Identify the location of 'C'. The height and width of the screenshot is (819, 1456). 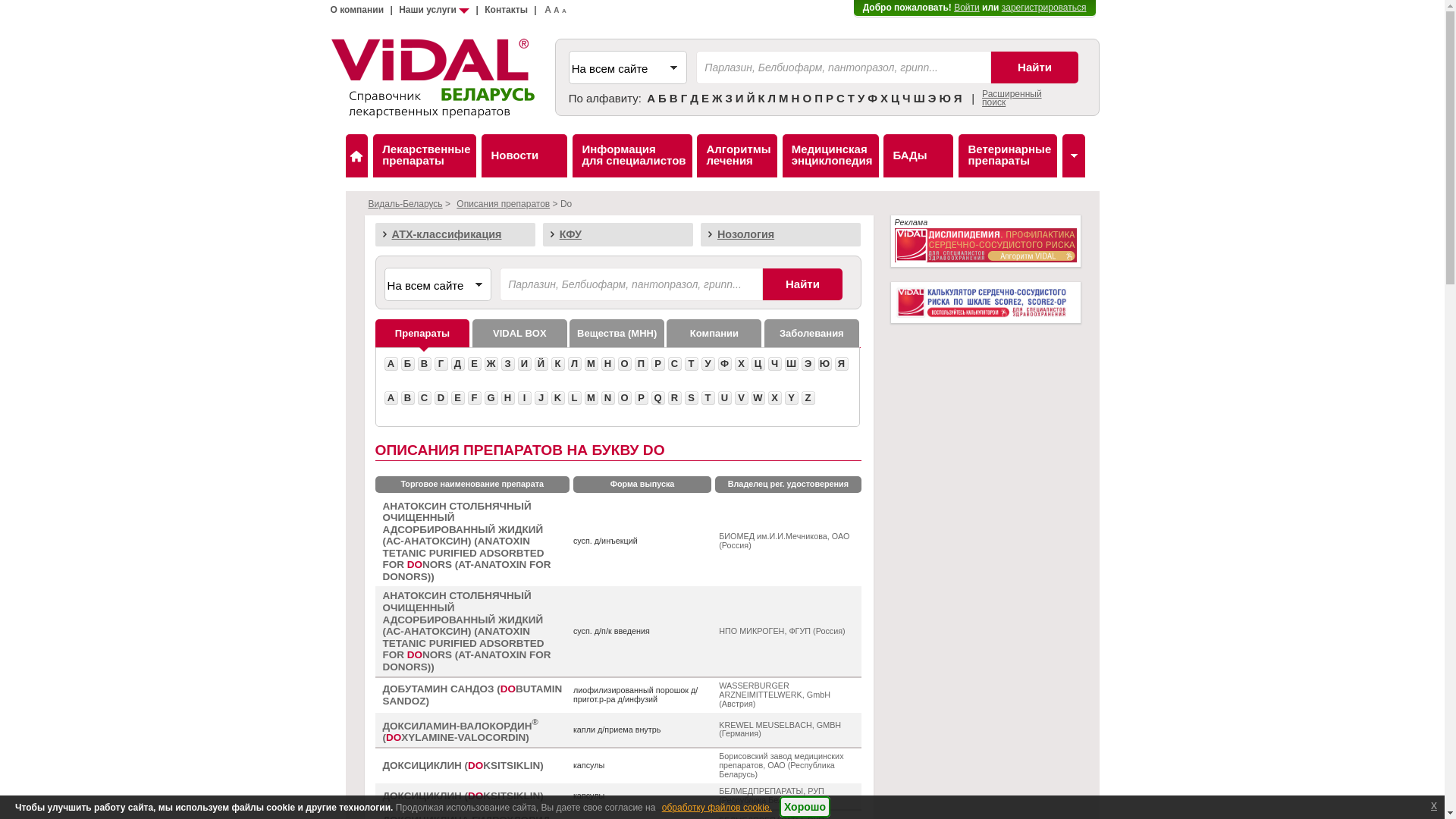
(423, 397).